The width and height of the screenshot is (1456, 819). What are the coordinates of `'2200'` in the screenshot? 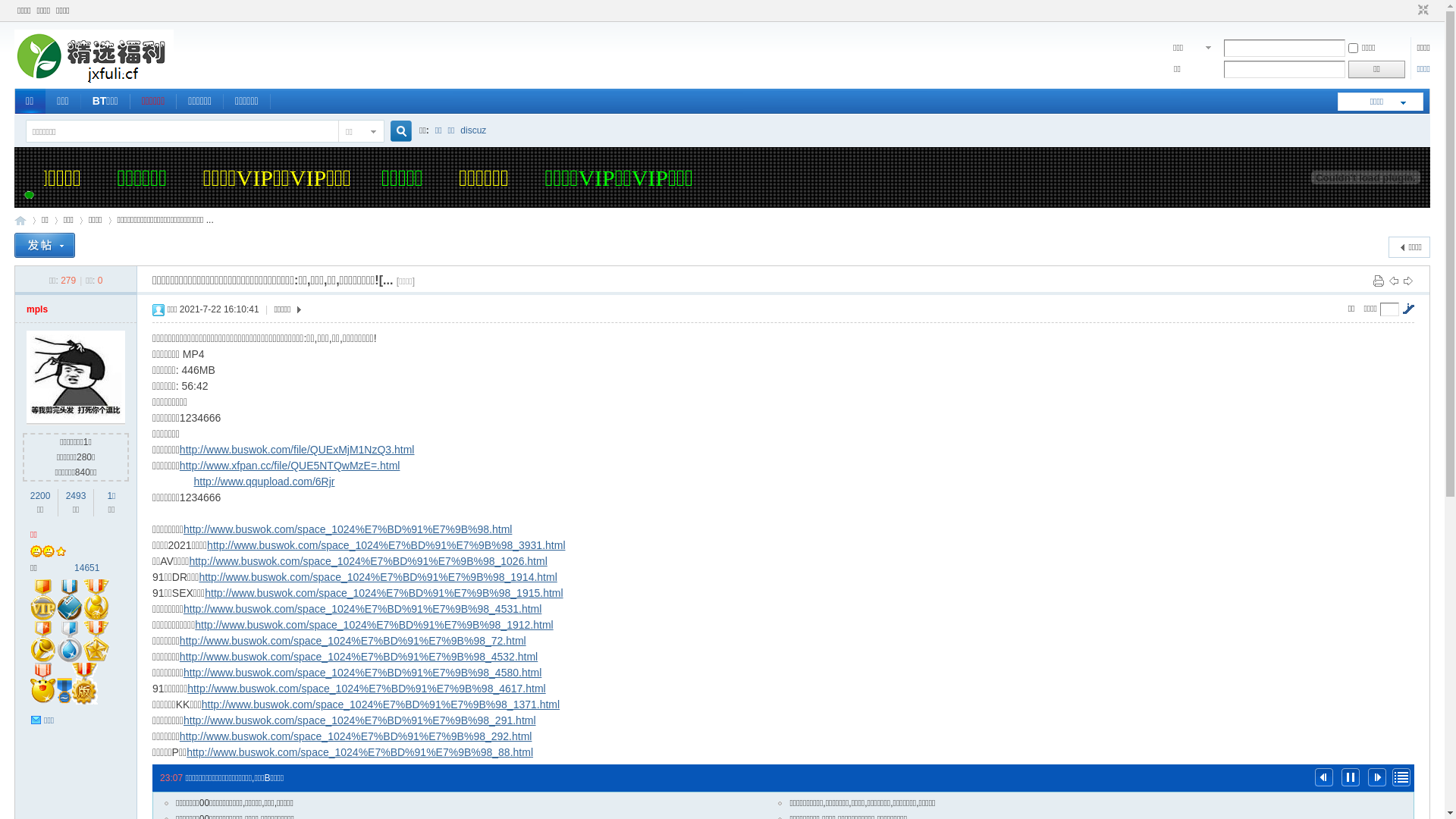 It's located at (40, 496).